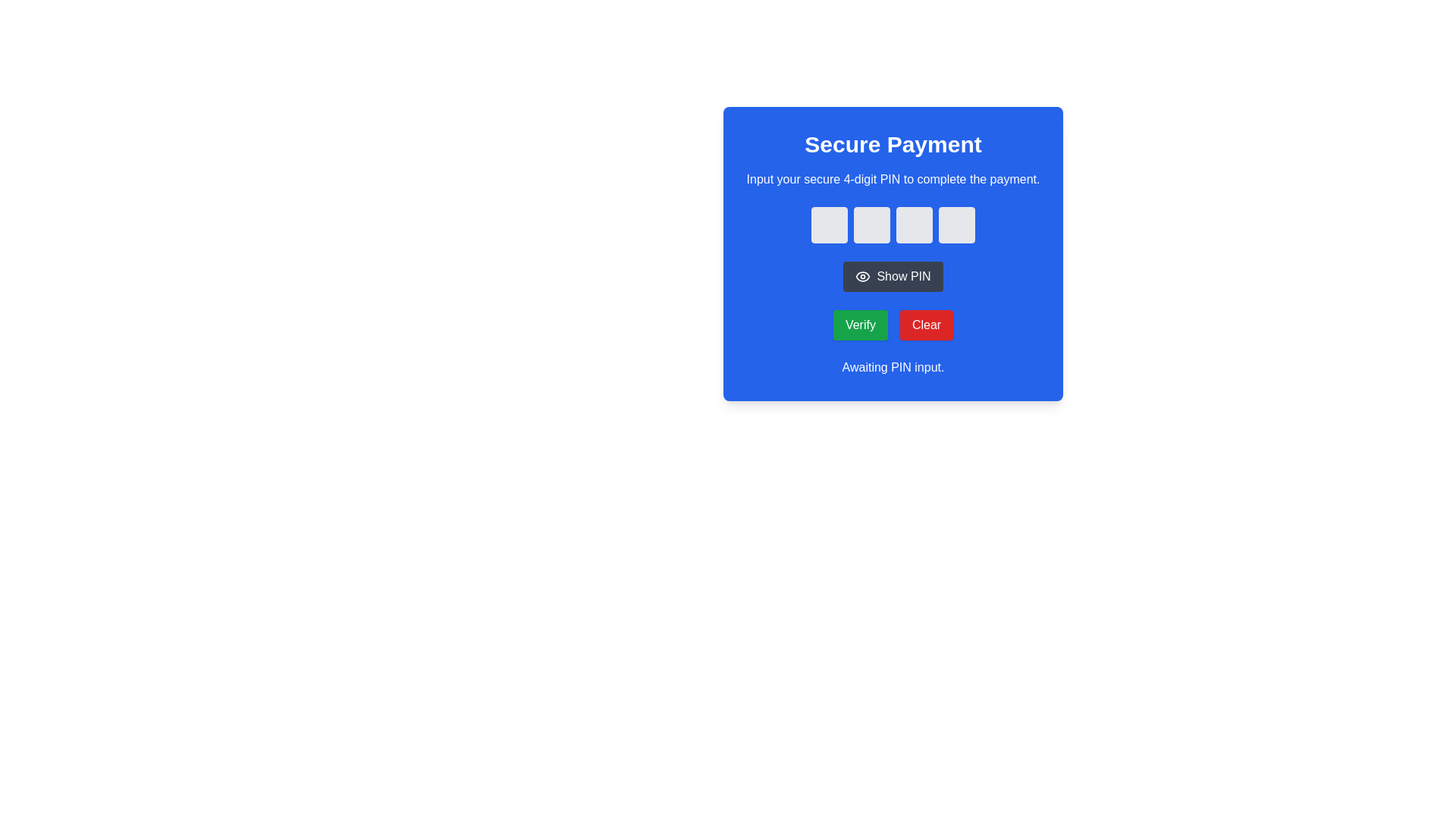 The image size is (1456, 819). I want to click on the text label that instructs users to 'Input your secure 4-digit PIN to complete the payment.' This label is styled with white text on a blue background and is centrally positioned above the PIN input fields, so click(893, 178).